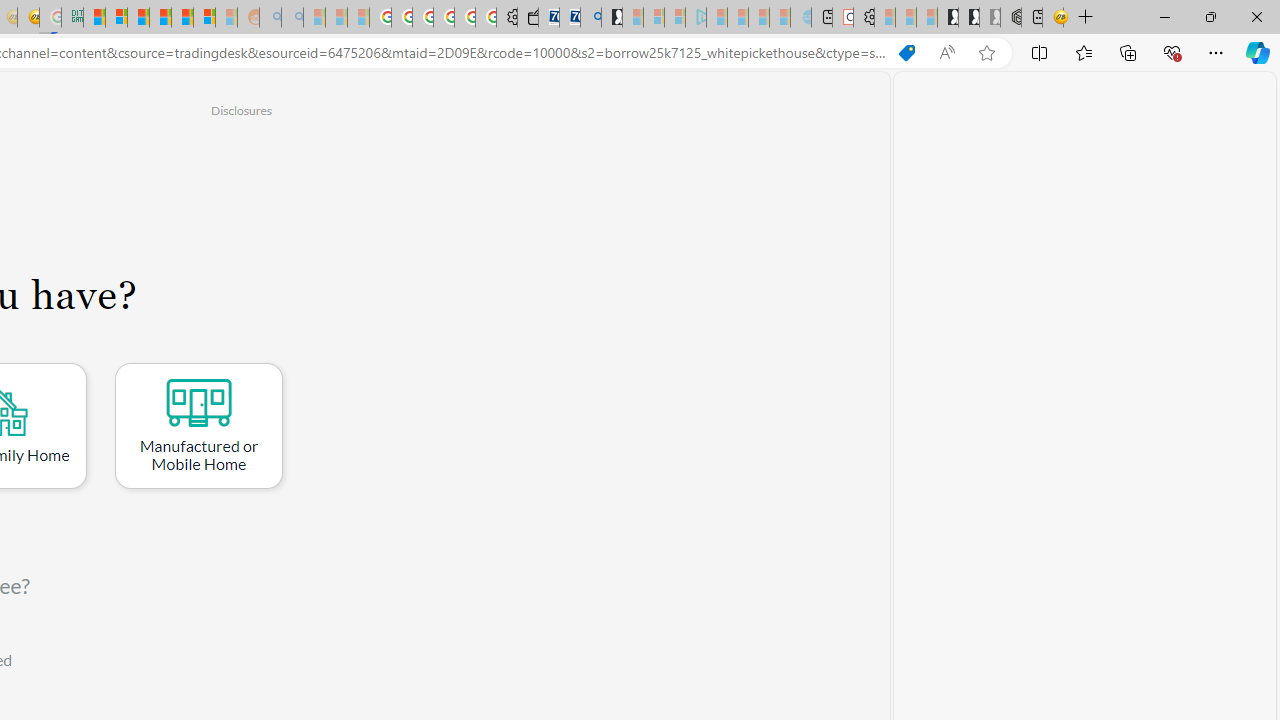 The width and height of the screenshot is (1280, 720). What do you see at coordinates (528, 17) in the screenshot?
I see `'Wallet'` at bounding box center [528, 17].